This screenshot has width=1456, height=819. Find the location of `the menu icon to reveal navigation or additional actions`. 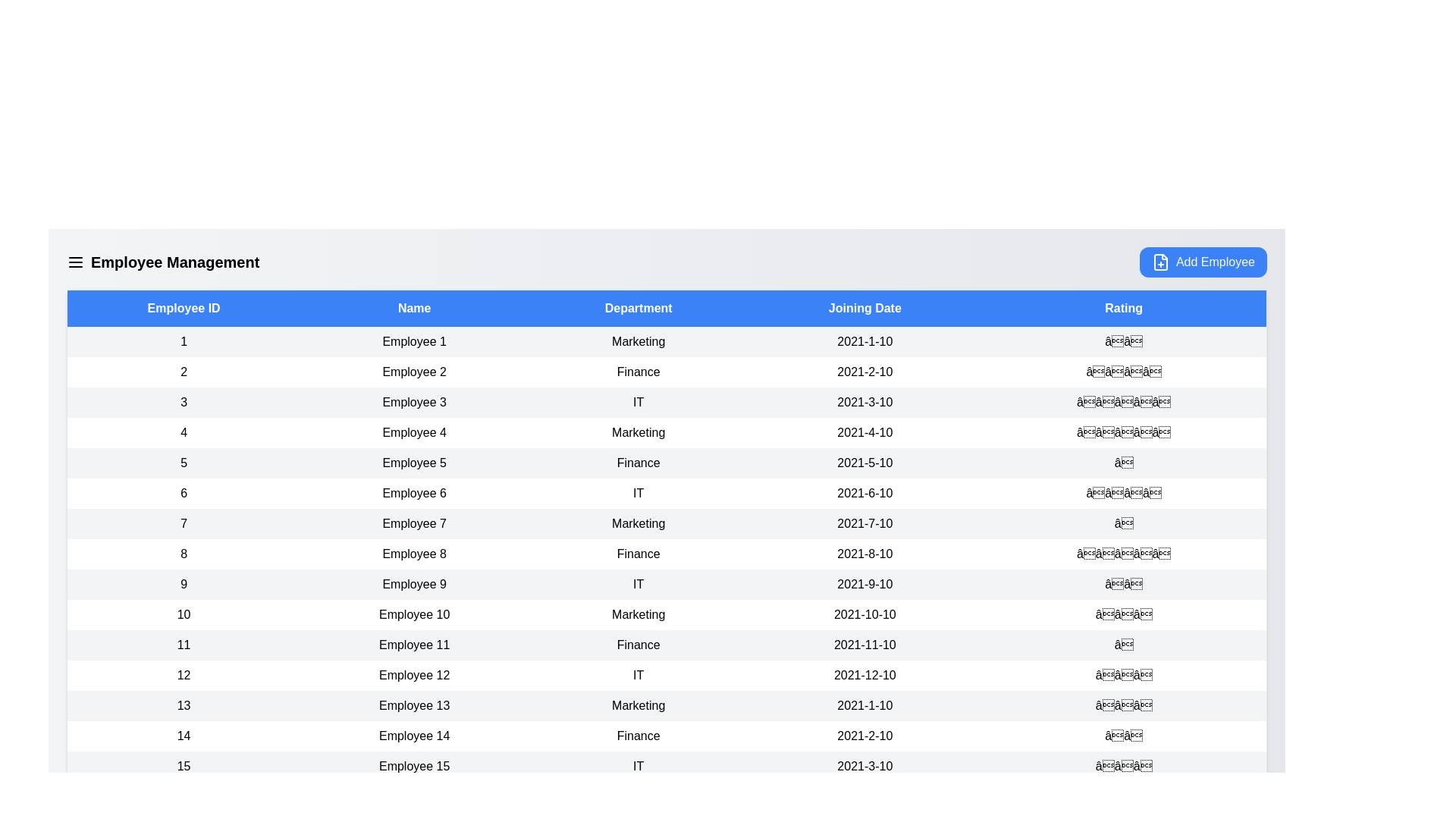

the menu icon to reveal navigation or additional actions is located at coordinates (75, 262).